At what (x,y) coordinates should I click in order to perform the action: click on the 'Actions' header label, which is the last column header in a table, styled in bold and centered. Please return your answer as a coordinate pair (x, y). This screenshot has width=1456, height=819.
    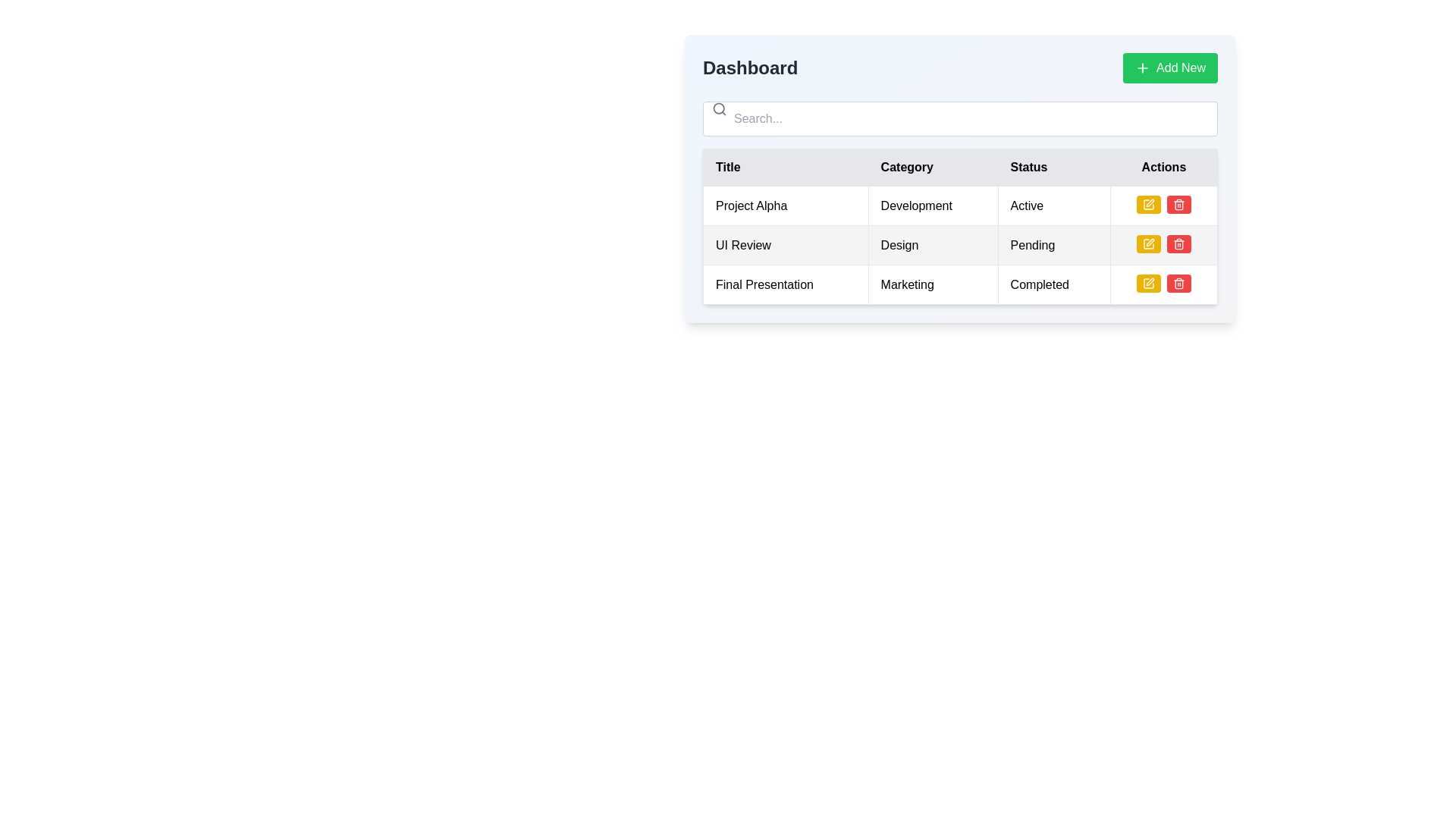
    Looking at the image, I should click on (1163, 167).